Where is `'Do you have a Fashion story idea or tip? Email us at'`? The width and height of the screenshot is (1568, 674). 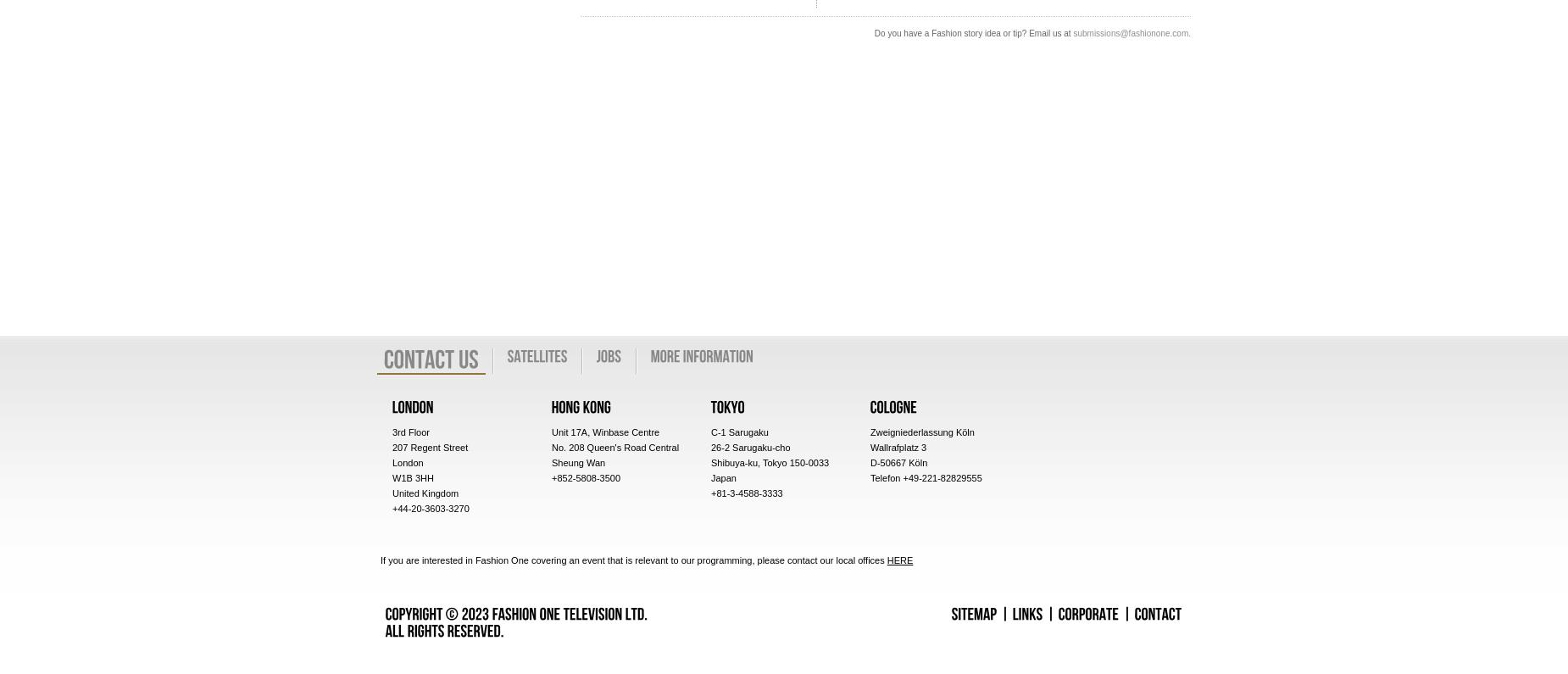 'Do you have a Fashion story idea or tip? Email us at' is located at coordinates (972, 32).